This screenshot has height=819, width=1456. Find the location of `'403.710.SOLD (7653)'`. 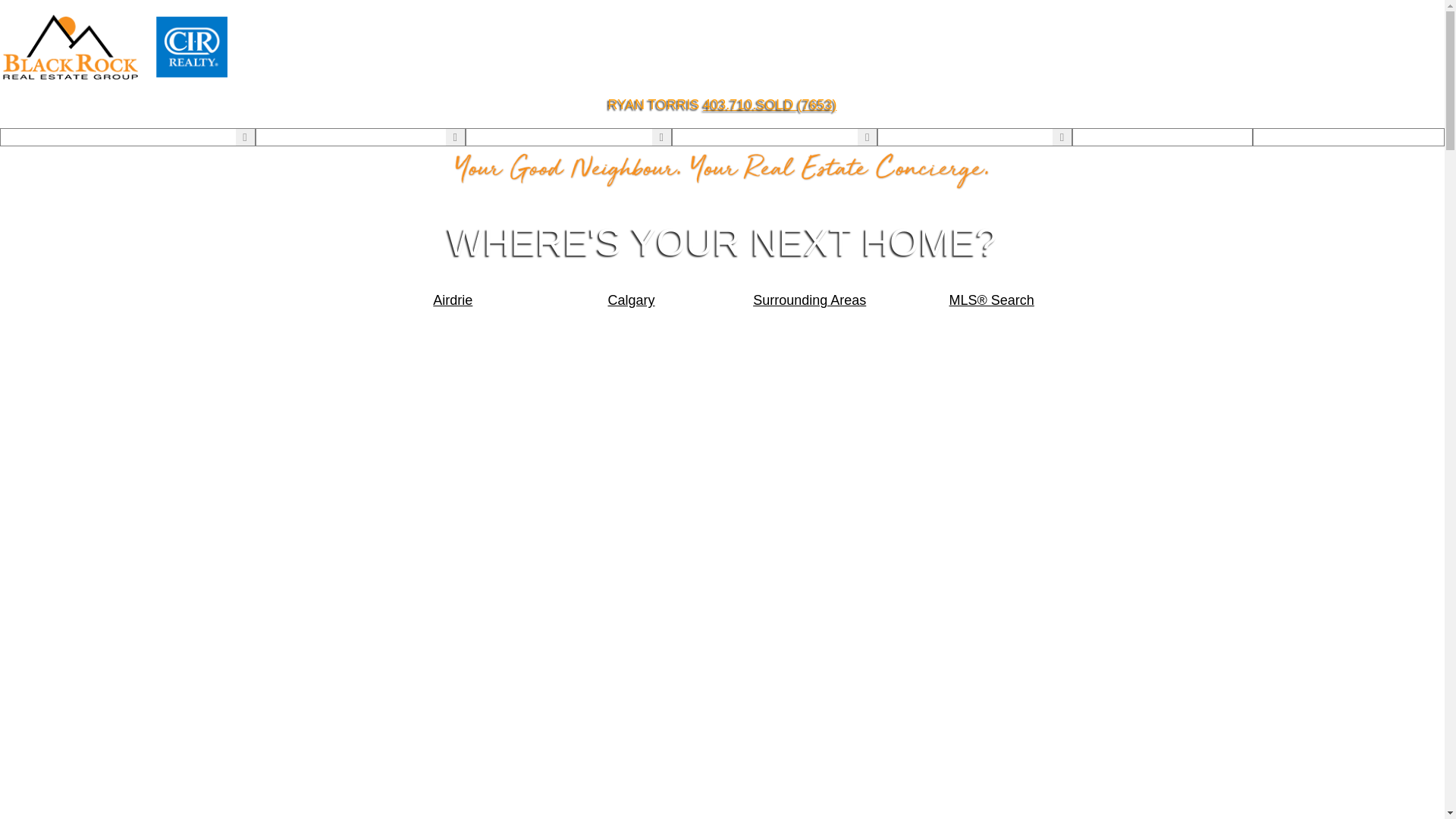

'403.710.SOLD (7653)' is located at coordinates (769, 104).